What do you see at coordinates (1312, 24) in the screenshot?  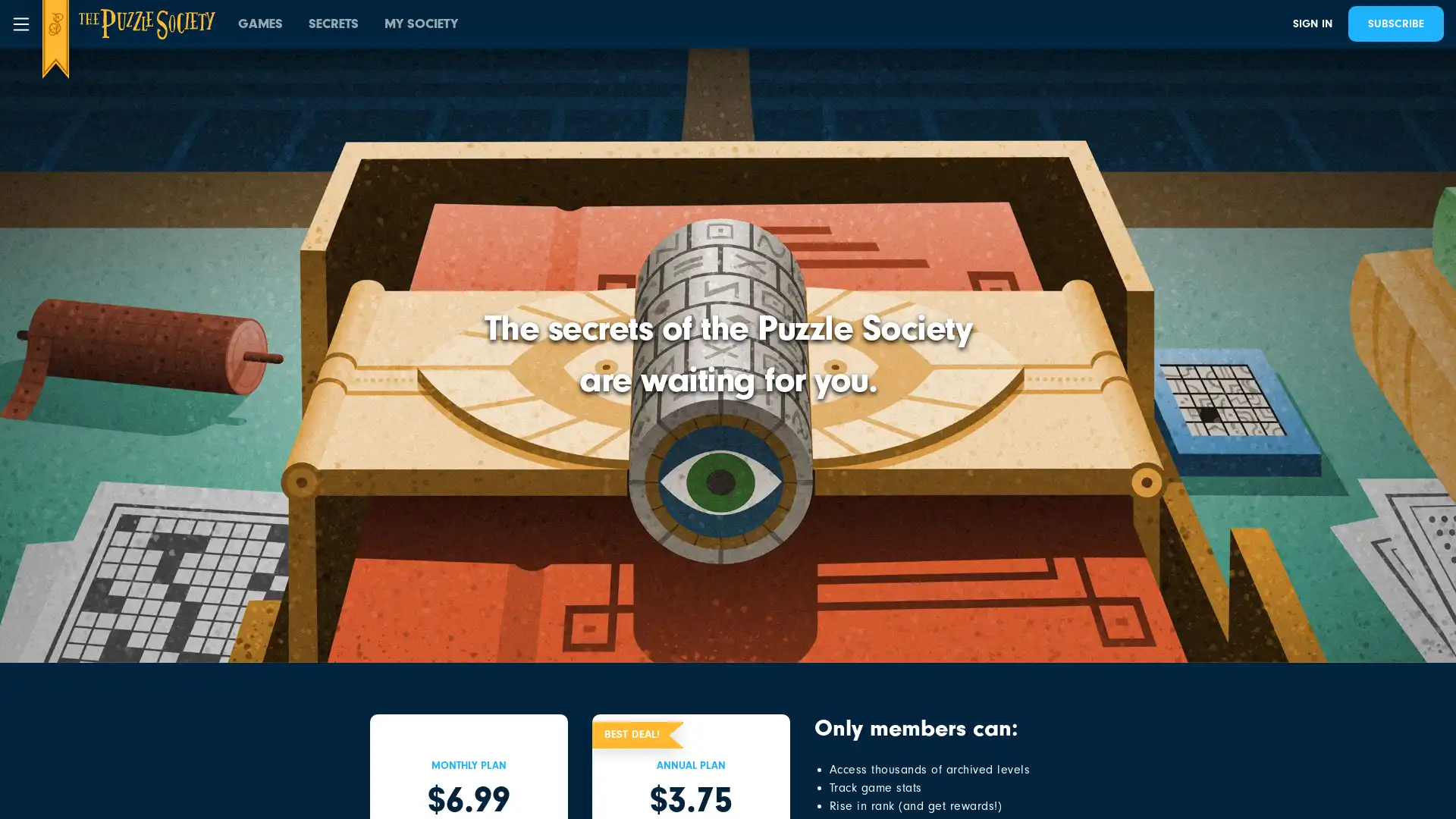 I see `SIGN IN` at bounding box center [1312, 24].